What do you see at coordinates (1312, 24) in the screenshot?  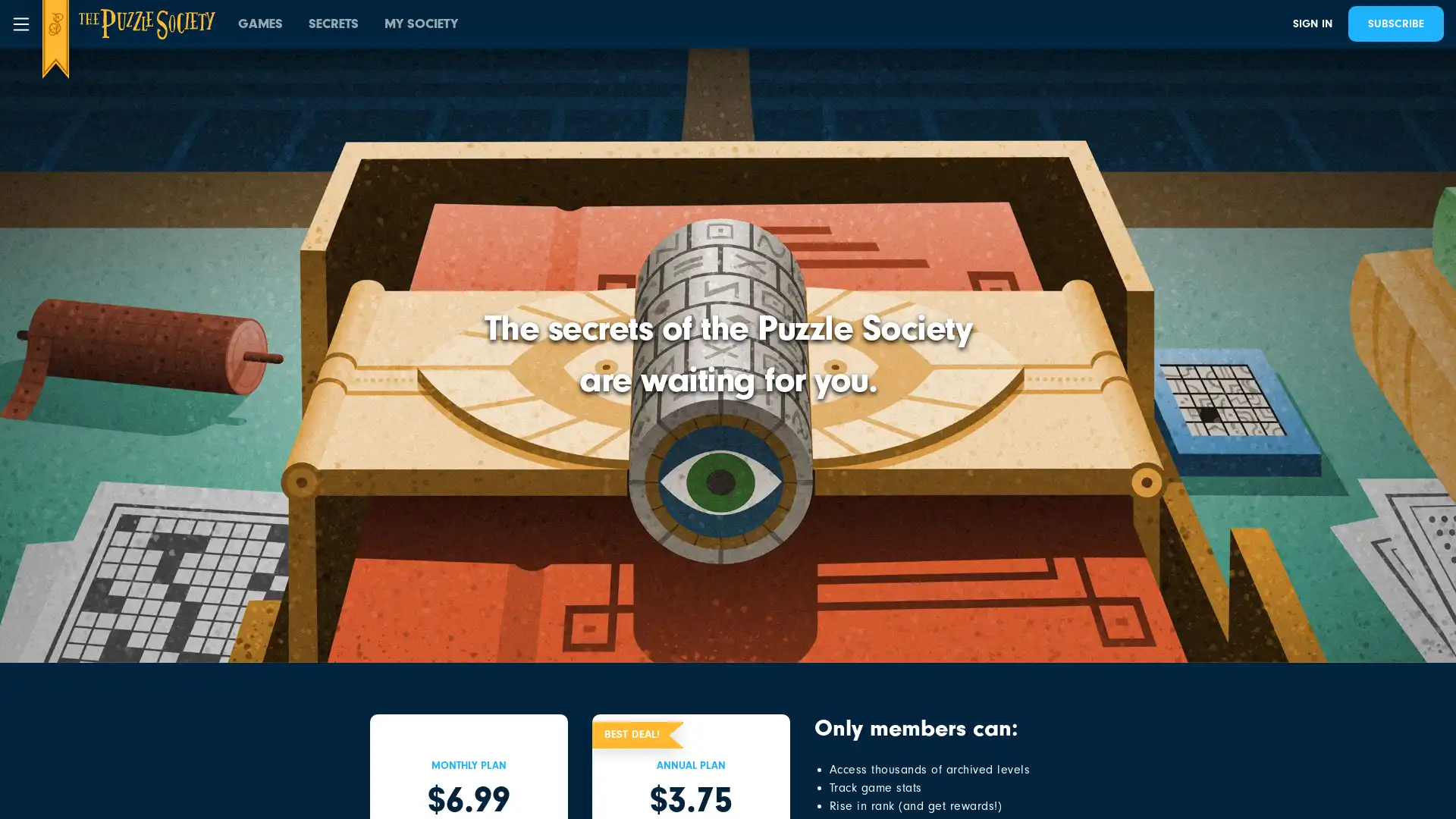 I see `SIGN IN` at bounding box center [1312, 24].